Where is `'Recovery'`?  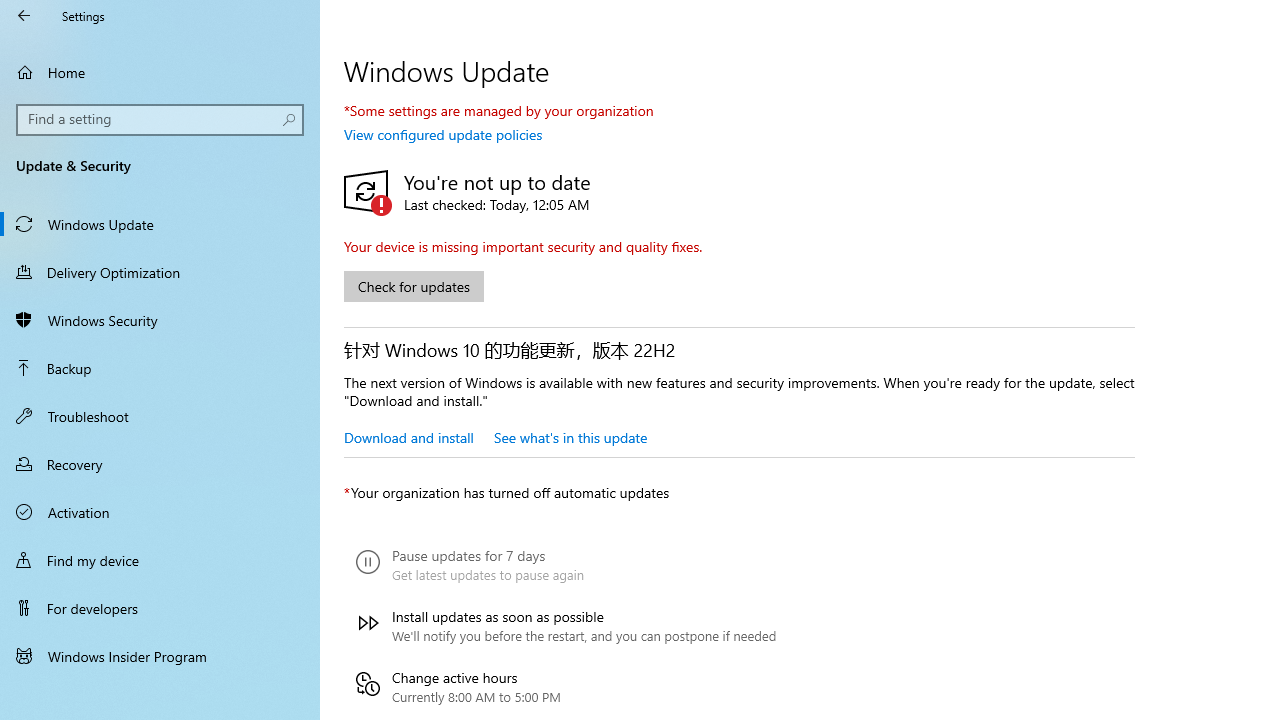 'Recovery' is located at coordinates (160, 464).